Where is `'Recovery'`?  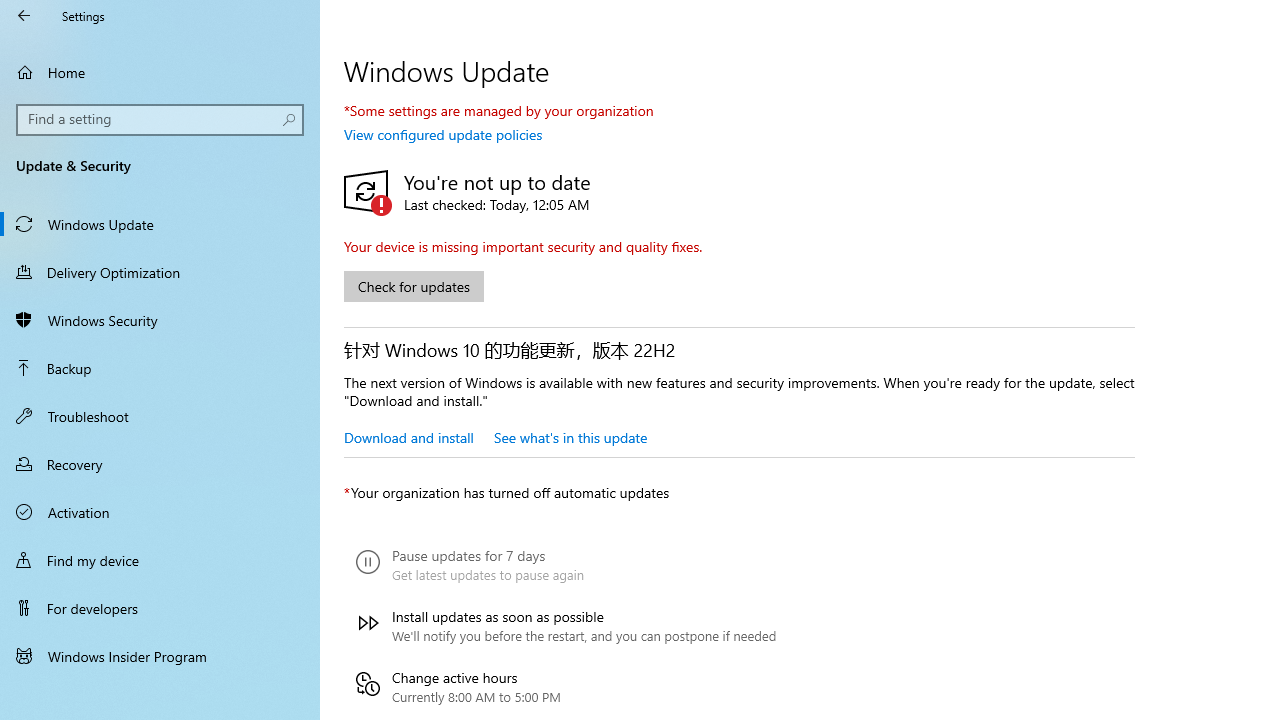 'Recovery' is located at coordinates (160, 464).